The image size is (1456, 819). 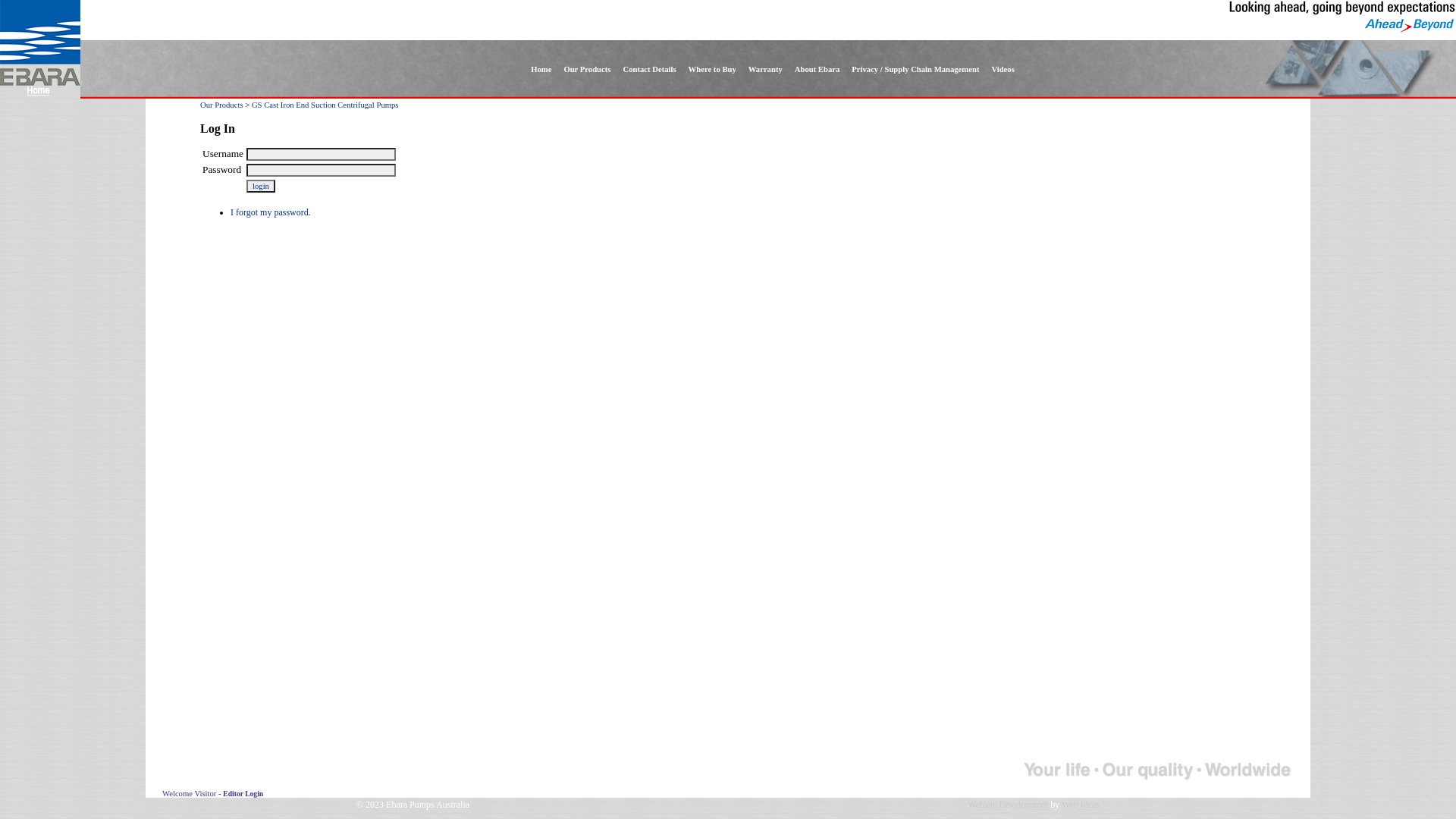 I want to click on 'Warranty', so click(x=765, y=69).